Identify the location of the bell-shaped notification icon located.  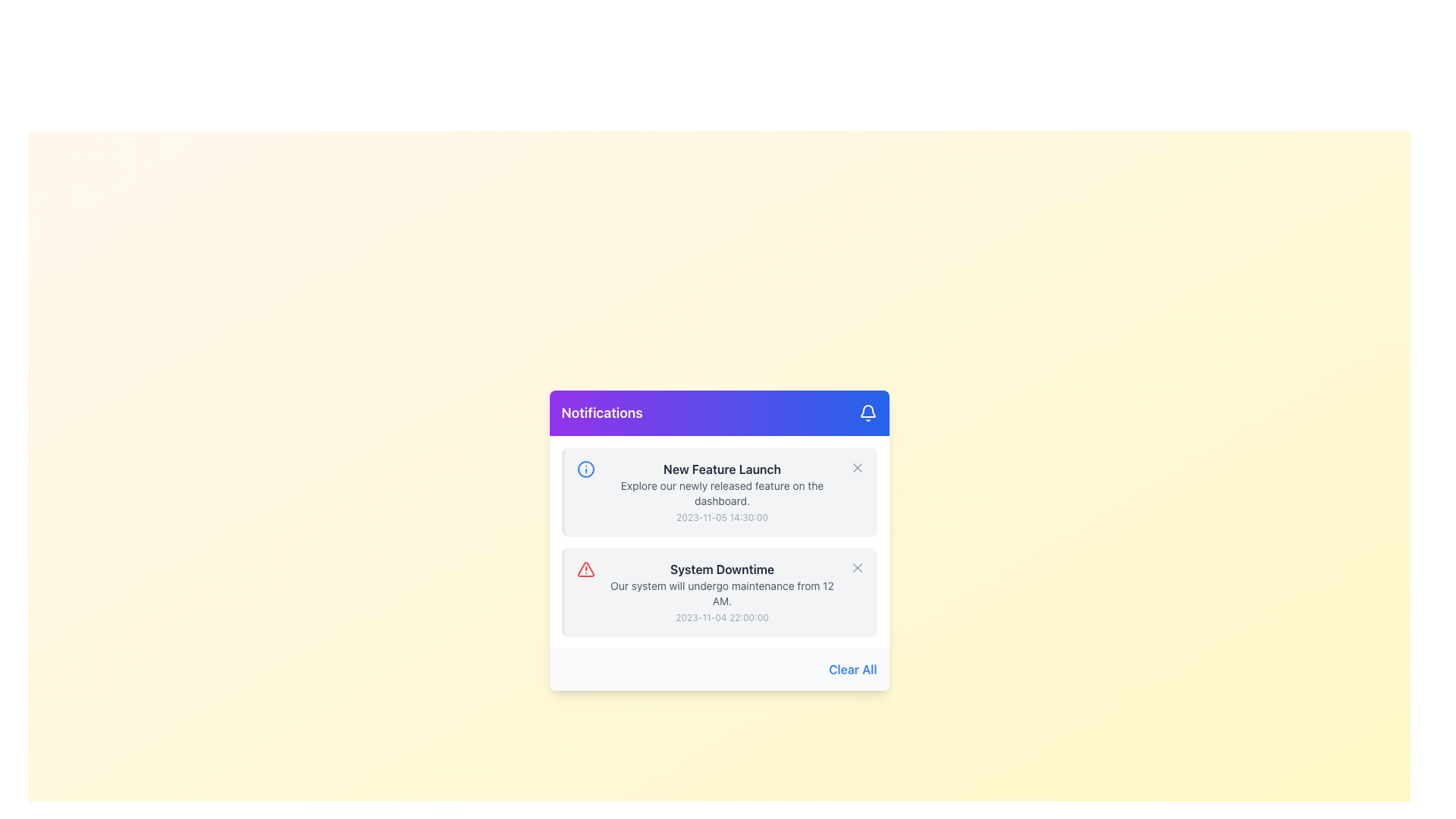
(867, 411).